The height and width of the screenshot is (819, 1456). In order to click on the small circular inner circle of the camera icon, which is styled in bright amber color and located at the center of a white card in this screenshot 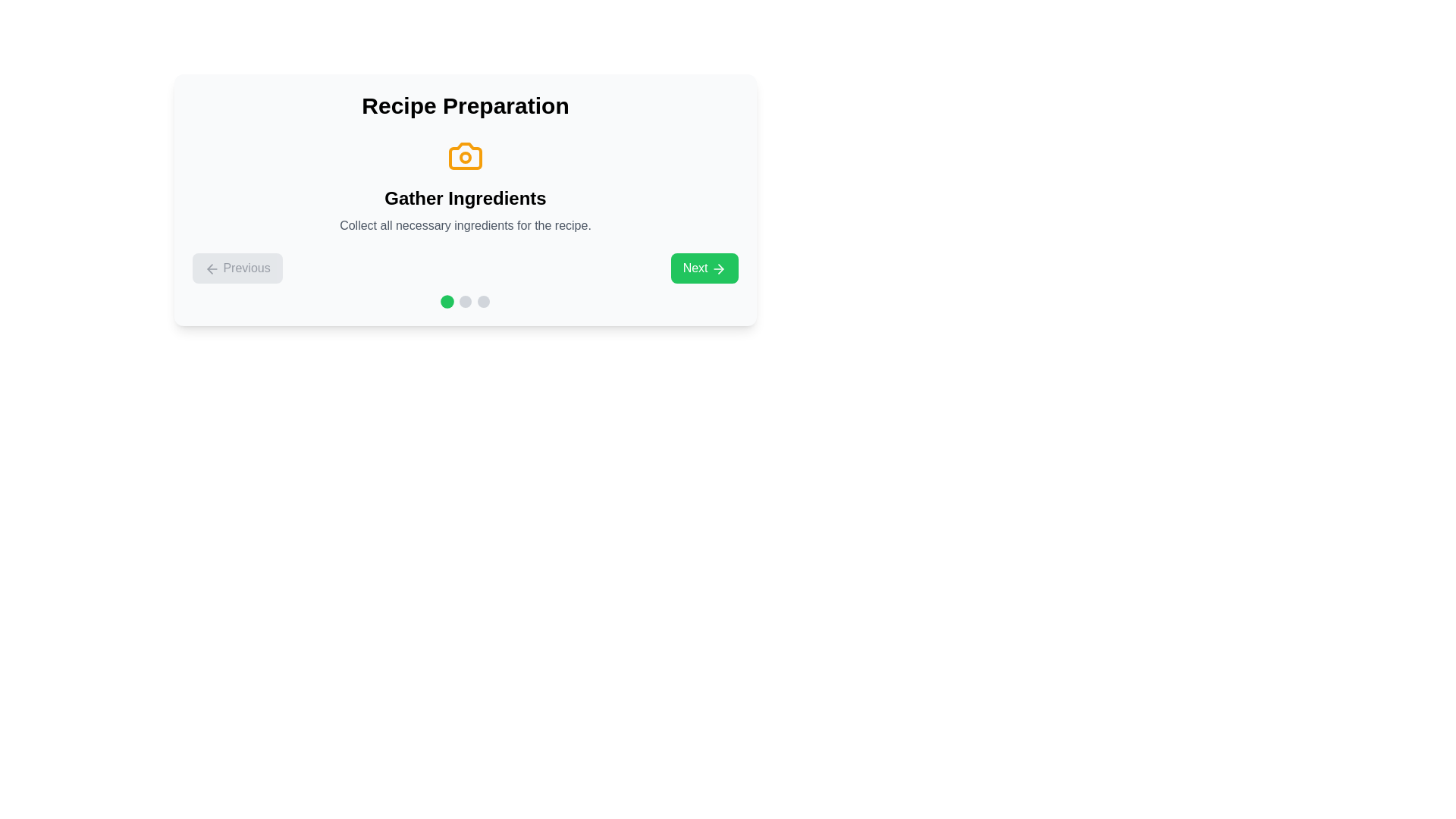, I will do `click(465, 158)`.